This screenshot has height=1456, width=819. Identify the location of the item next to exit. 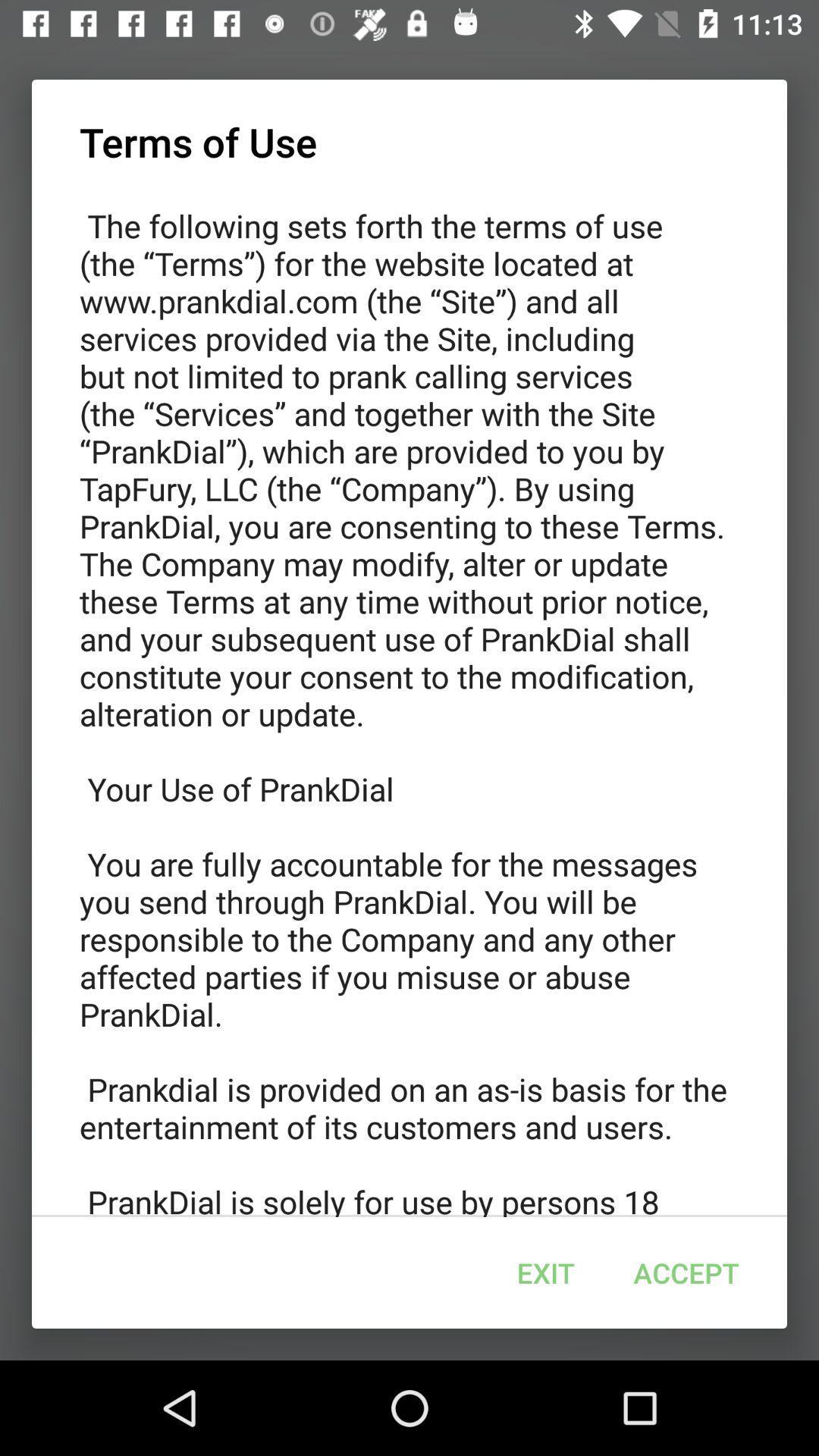
(686, 1272).